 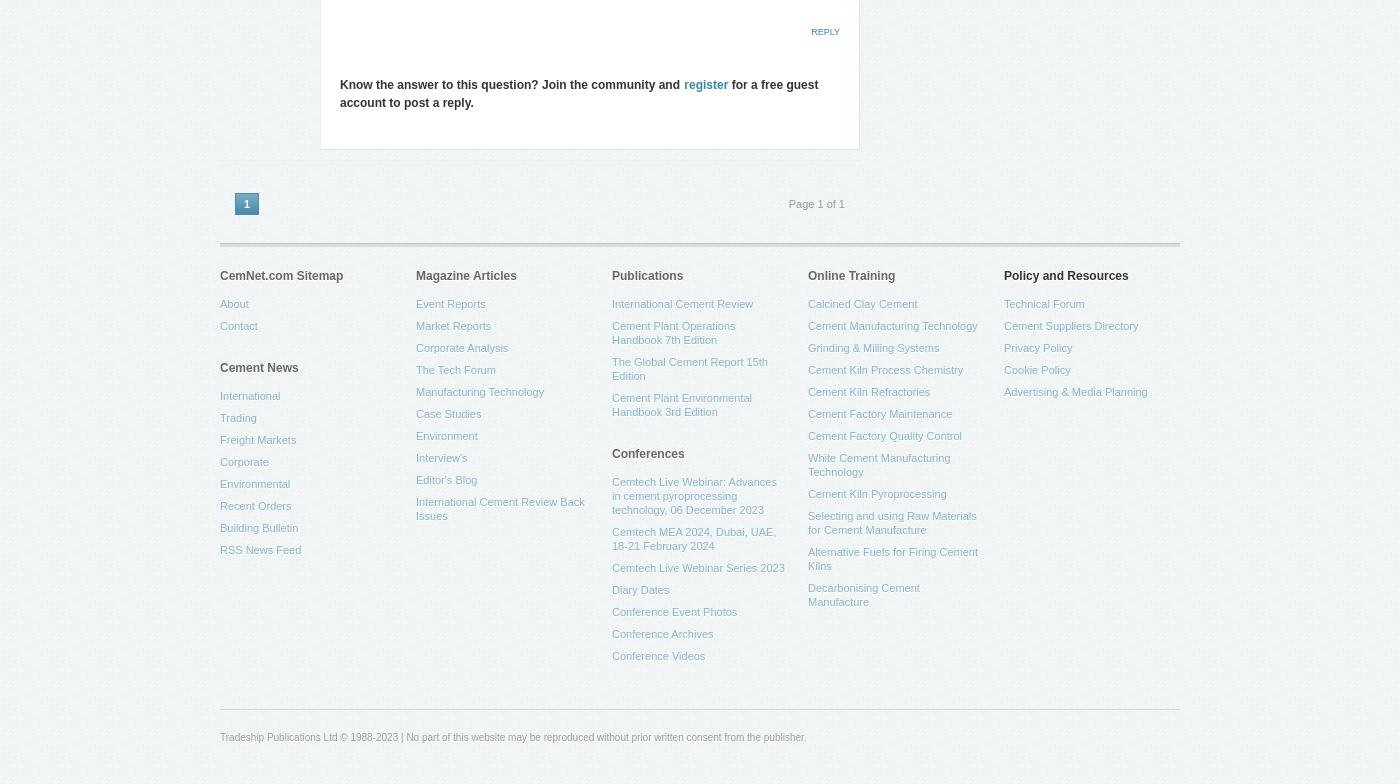 I want to click on 'Cement Plant Operations Handbook 7th Edition', so click(x=673, y=332).